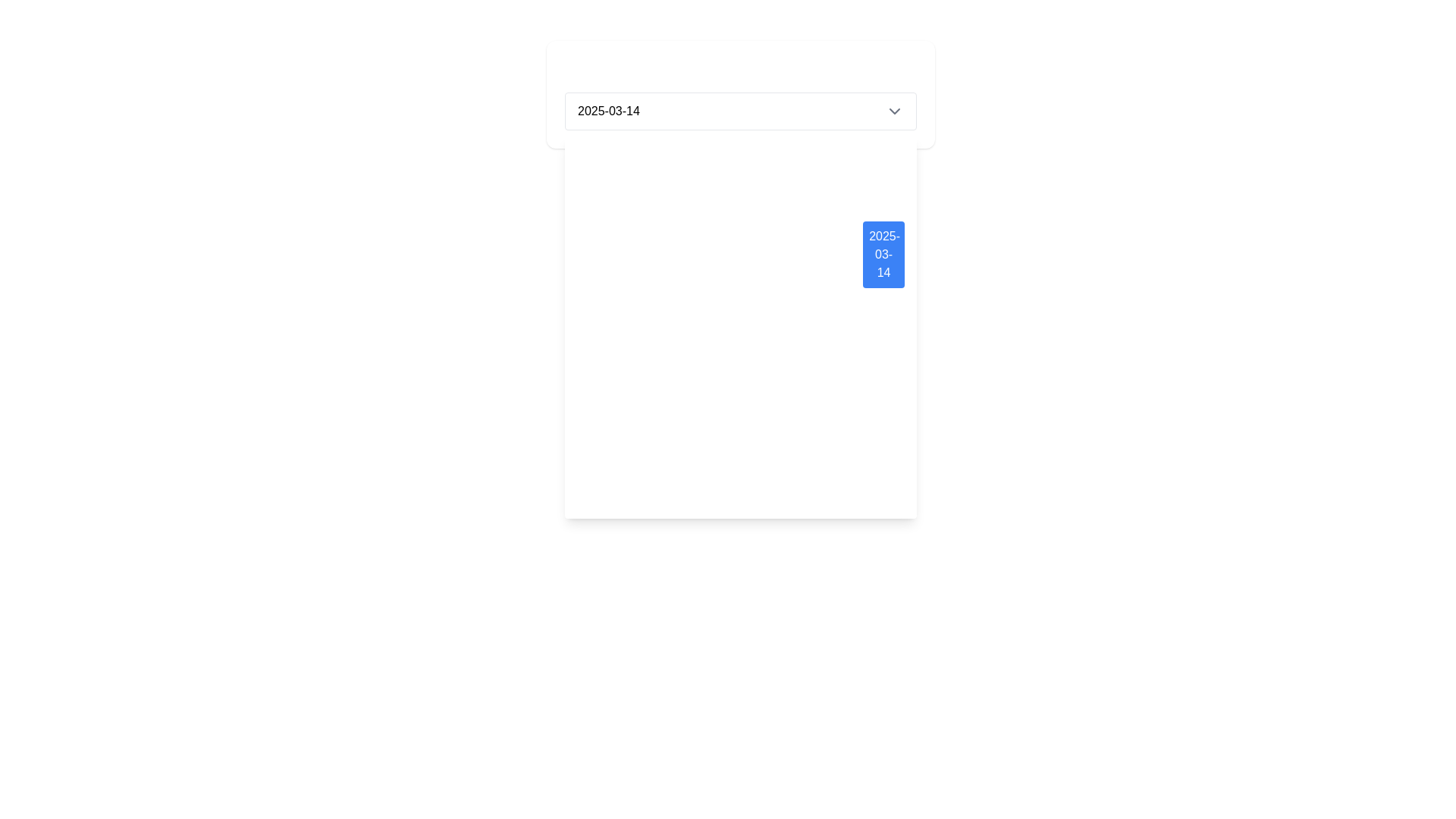  Describe the element at coordinates (741, 94) in the screenshot. I see `the dropdown menu at the top of the modal interface` at that location.